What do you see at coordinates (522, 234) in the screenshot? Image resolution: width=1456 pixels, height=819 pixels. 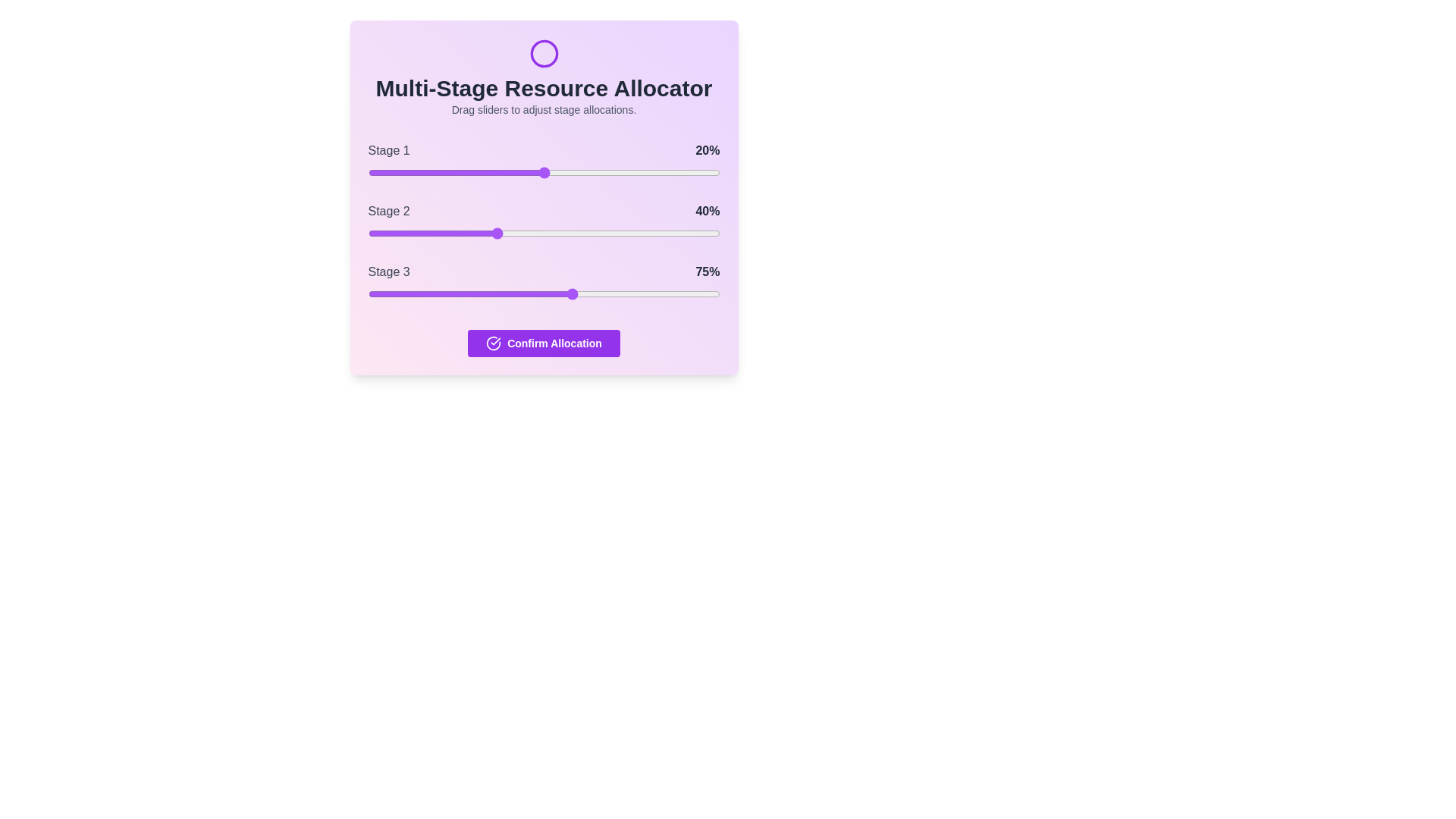 I see `the slider for Stage 2 to 44%` at bounding box center [522, 234].